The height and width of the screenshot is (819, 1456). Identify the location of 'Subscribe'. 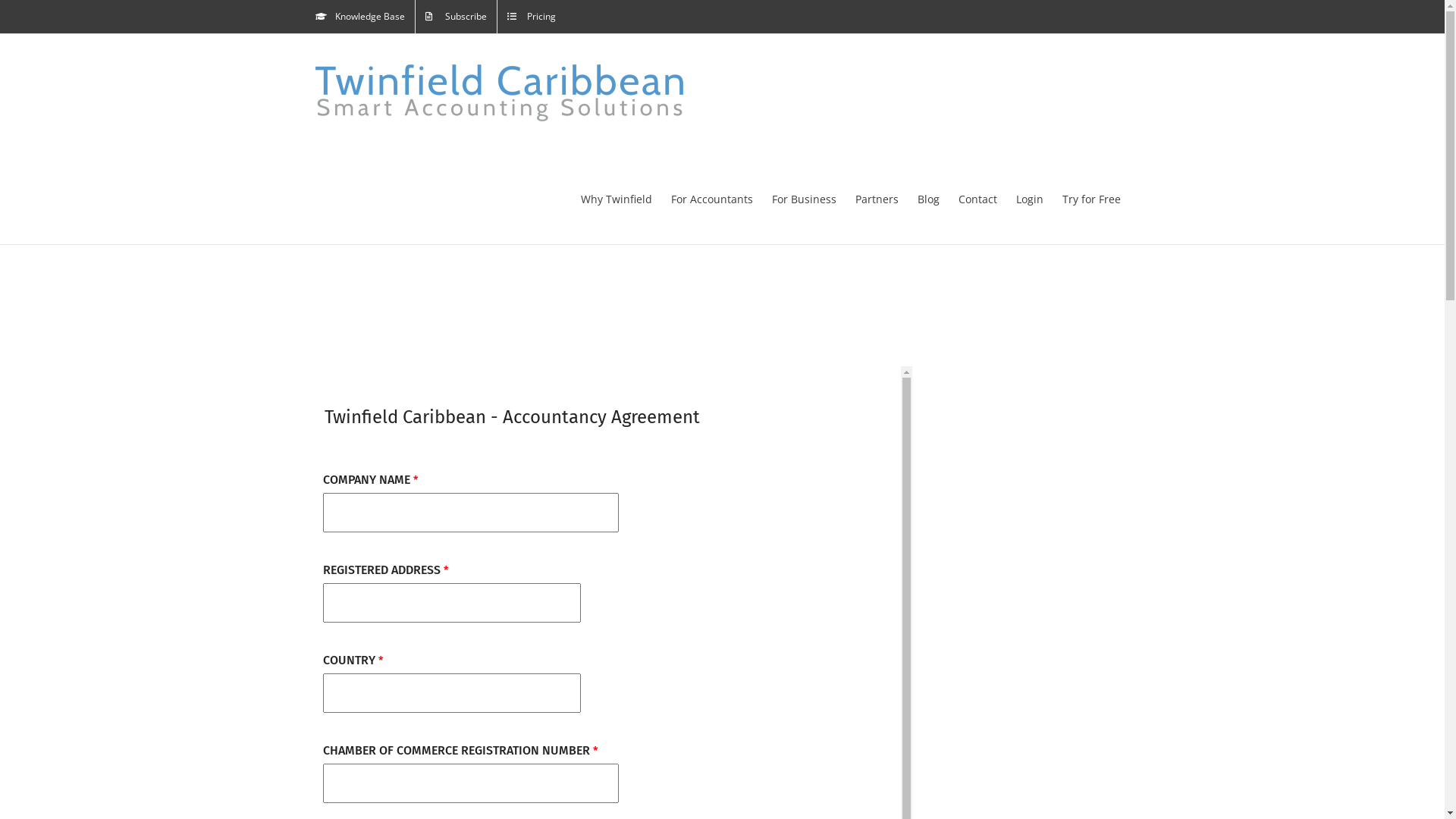
(455, 17).